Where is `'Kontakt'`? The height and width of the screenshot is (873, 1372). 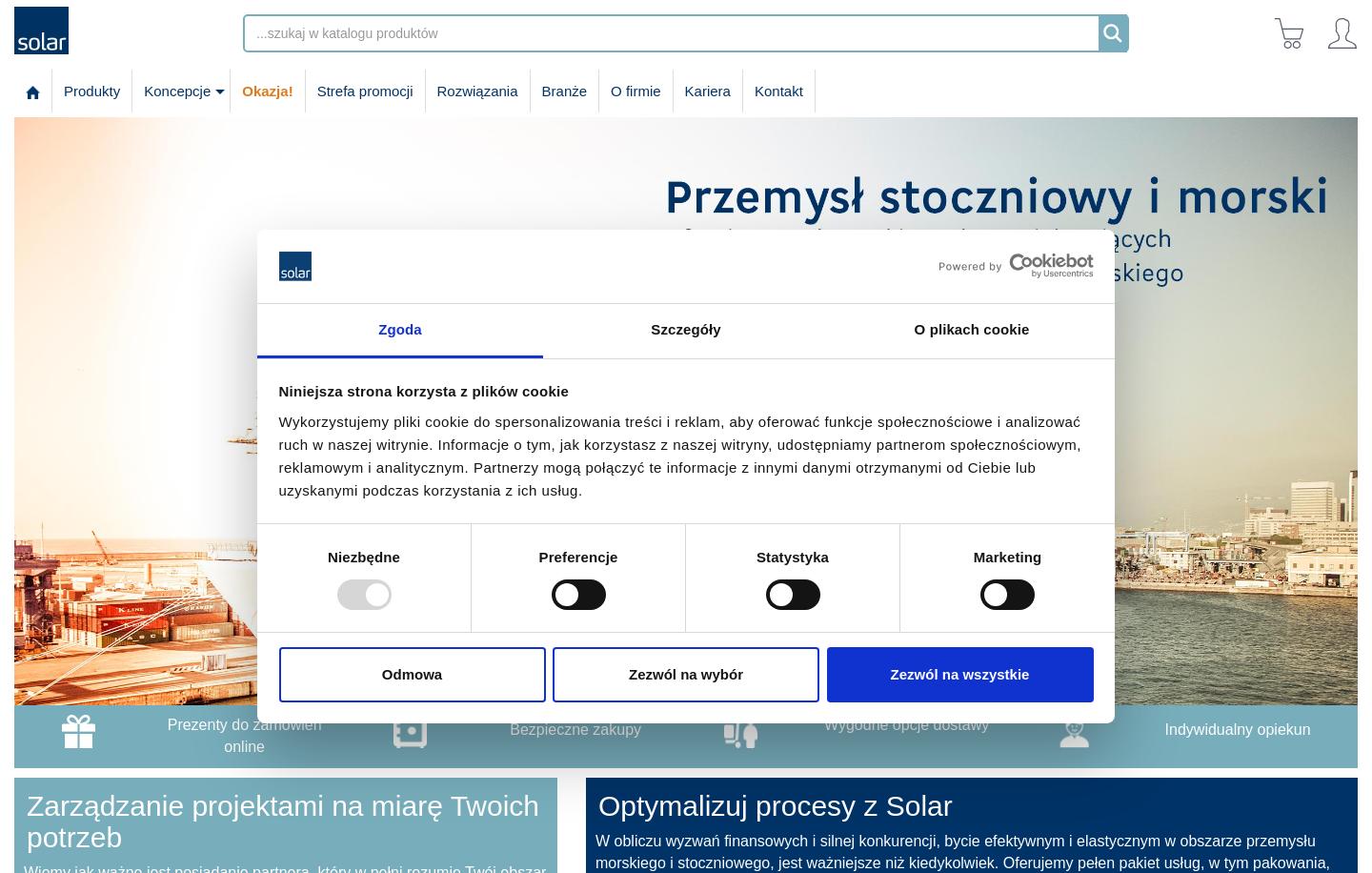
'Kontakt' is located at coordinates (777, 90).